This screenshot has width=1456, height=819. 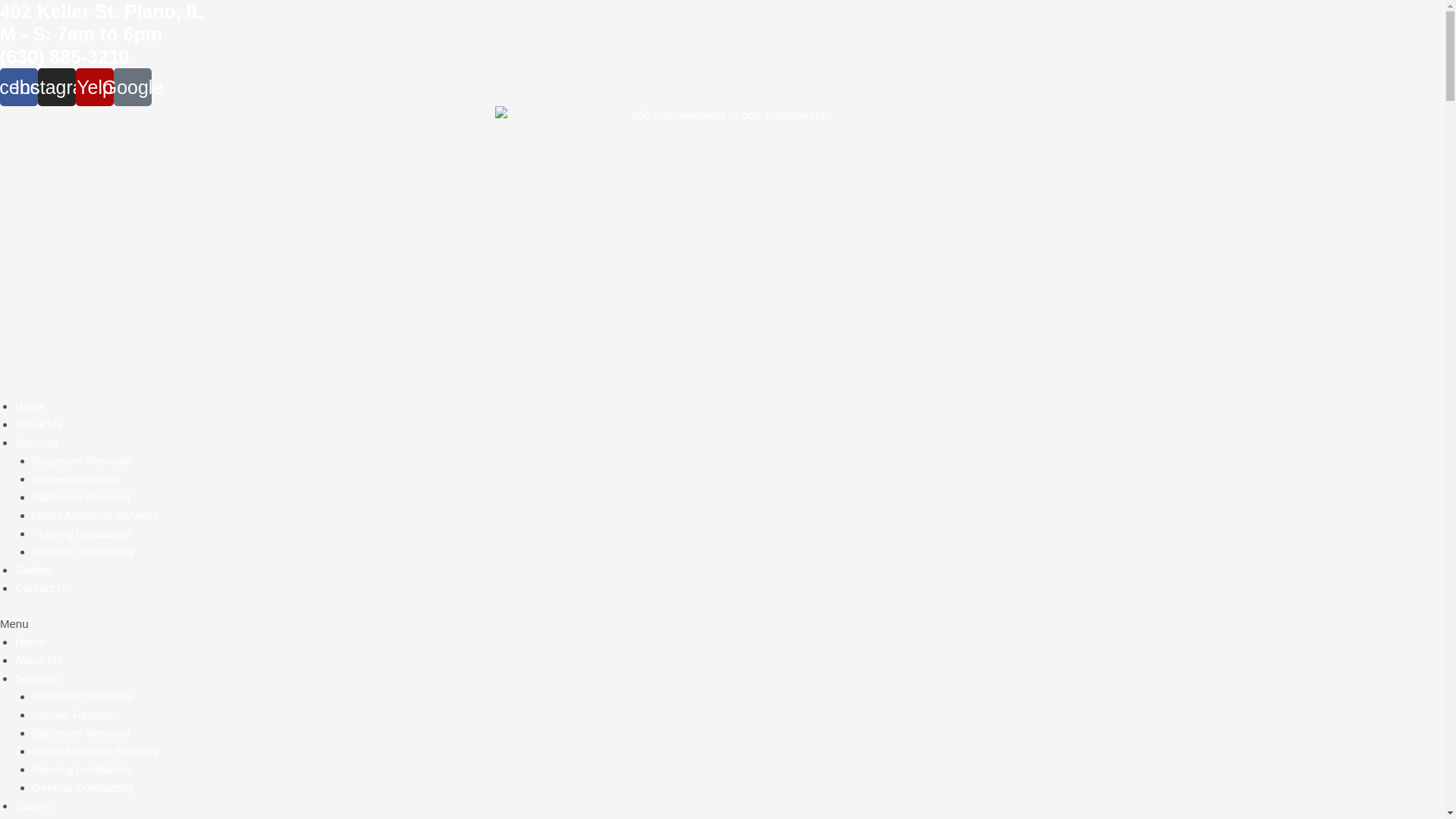 What do you see at coordinates (64, 55) in the screenshot?
I see `'(630) 885-3210'` at bounding box center [64, 55].